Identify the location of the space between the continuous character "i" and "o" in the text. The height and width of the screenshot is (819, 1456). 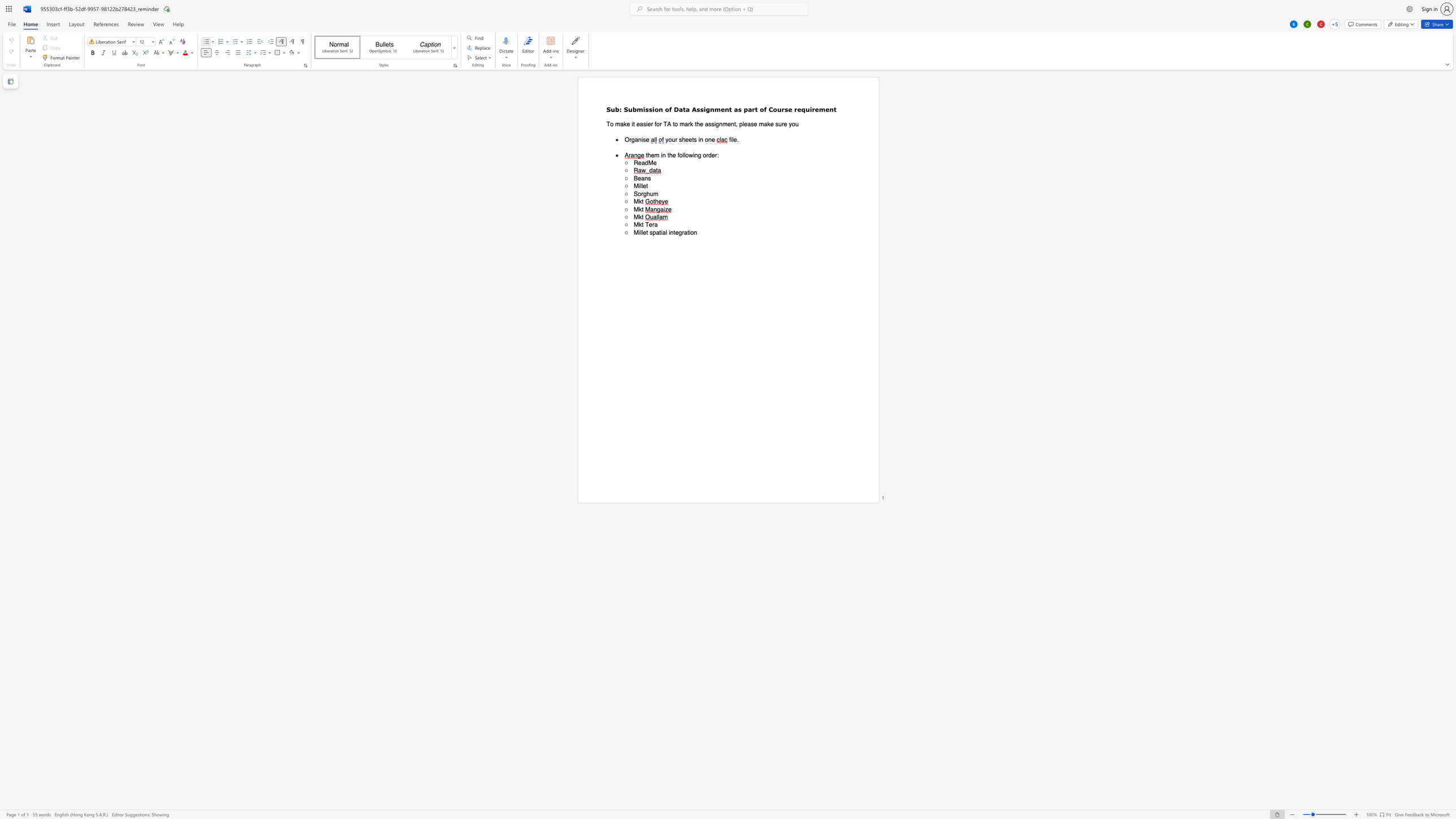
(691, 232).